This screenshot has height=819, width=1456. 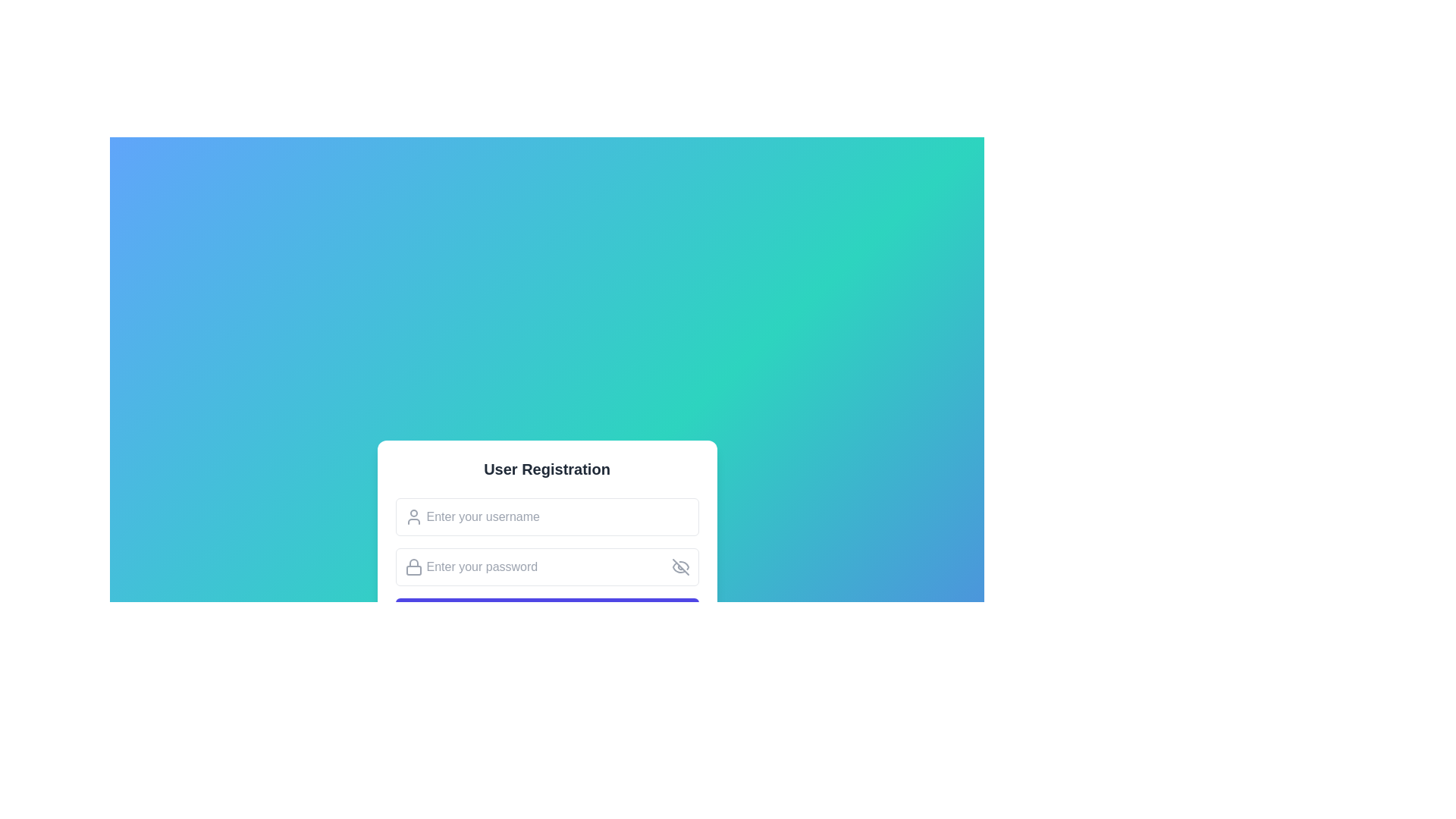 I want to click on the decorative password icon located on the left side of the password input field in the 'User Registration' form, so click(x=413, y=567).